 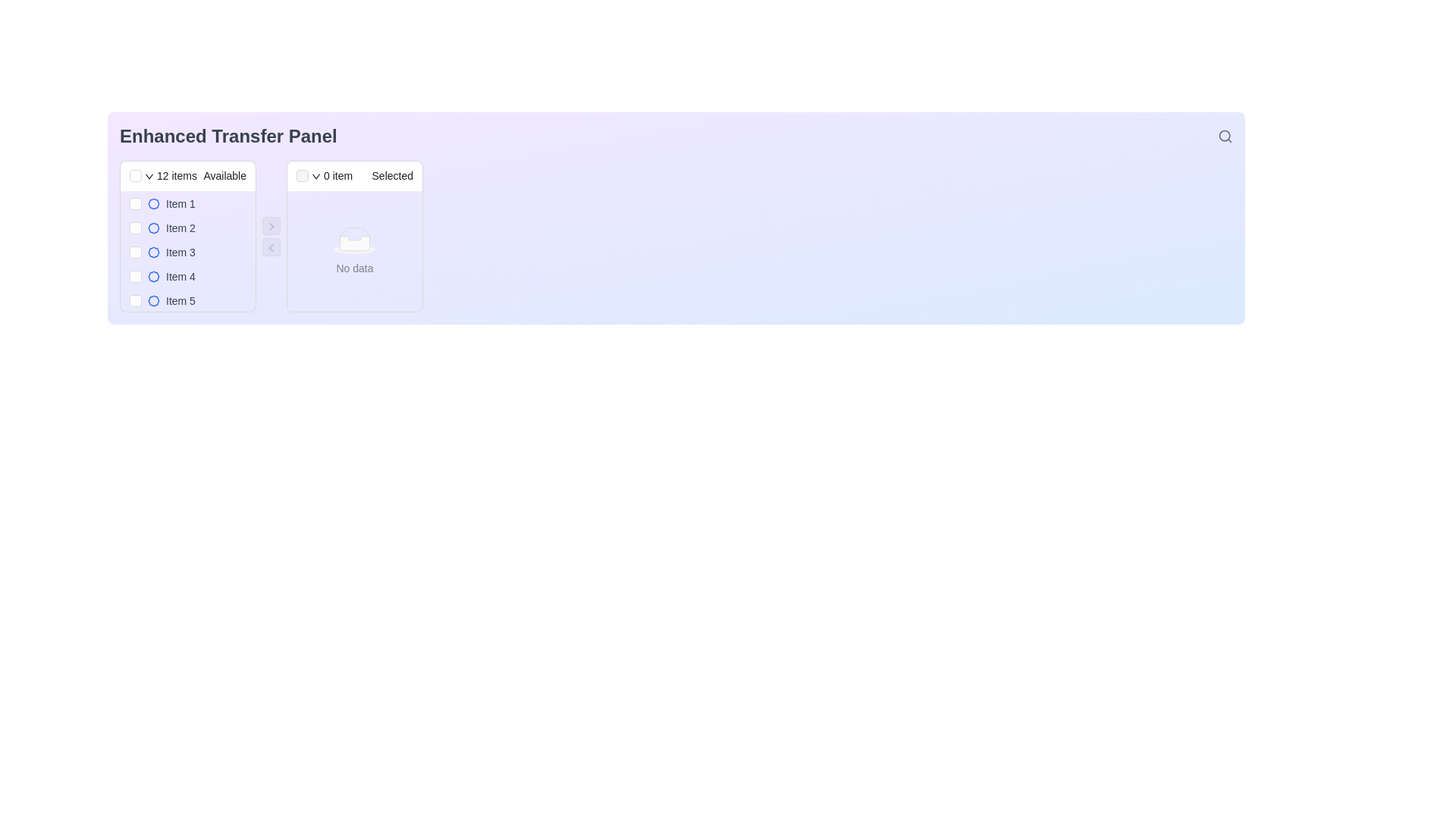 I want to click on the checkbox of the fourth item in the transfer list located in the left-side pane, so click(x=187, y=277).